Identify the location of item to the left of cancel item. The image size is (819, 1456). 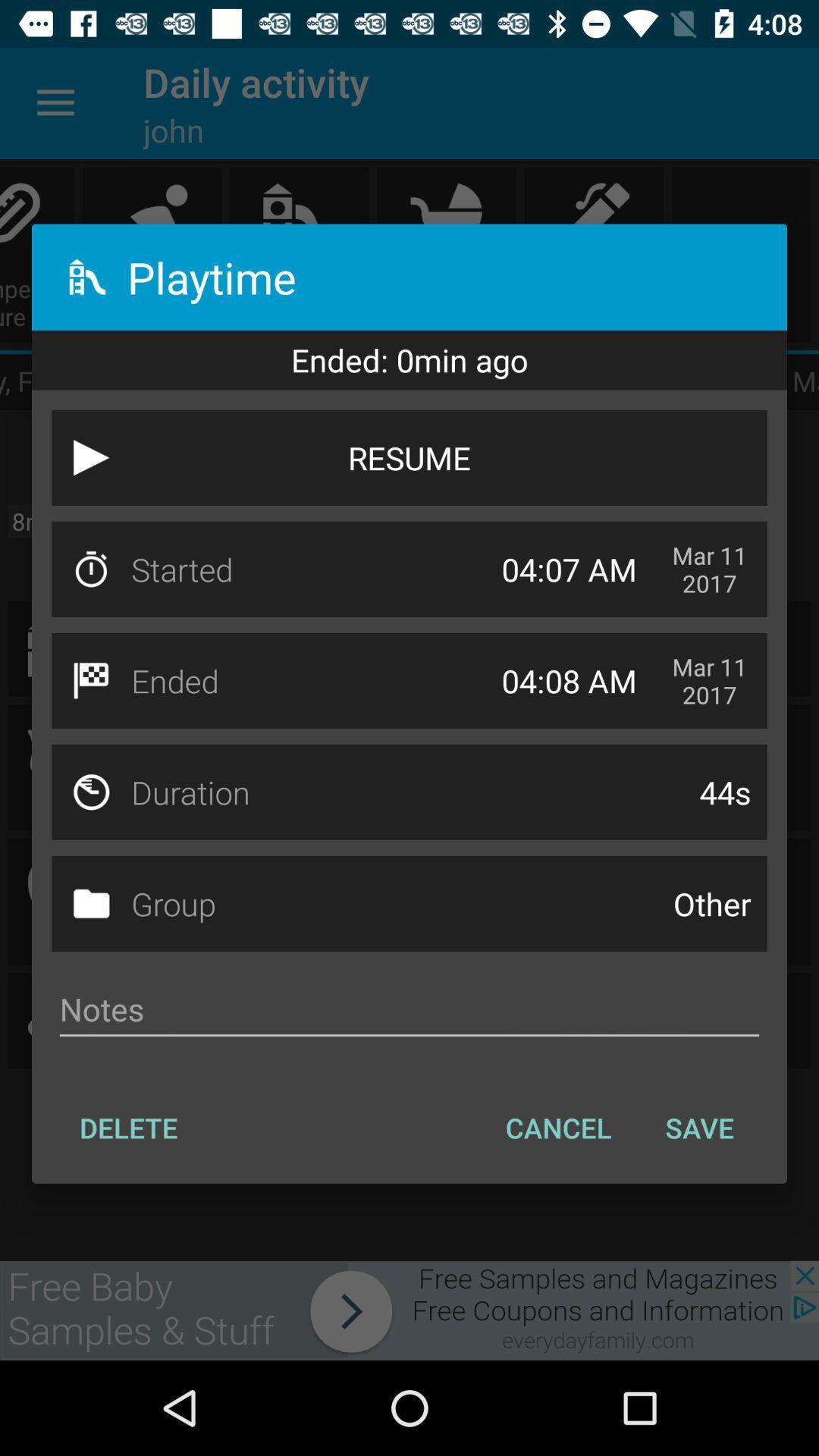
(127, 1128).